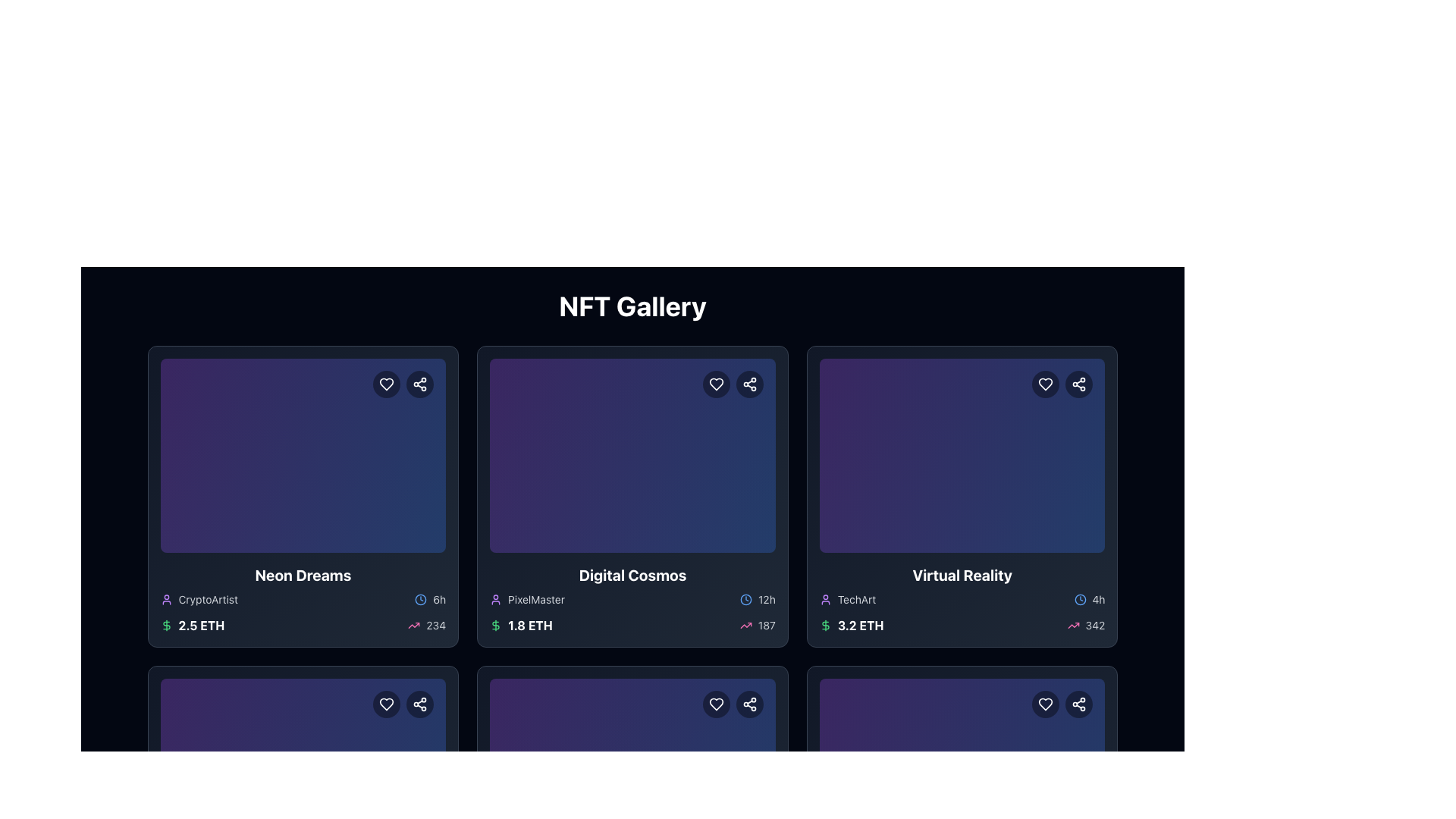 The image size is (1456, 819). Describe the element at coordinates (207, 598) in the screenshot. I see `the 'CryptoArtist' text label` at that location.